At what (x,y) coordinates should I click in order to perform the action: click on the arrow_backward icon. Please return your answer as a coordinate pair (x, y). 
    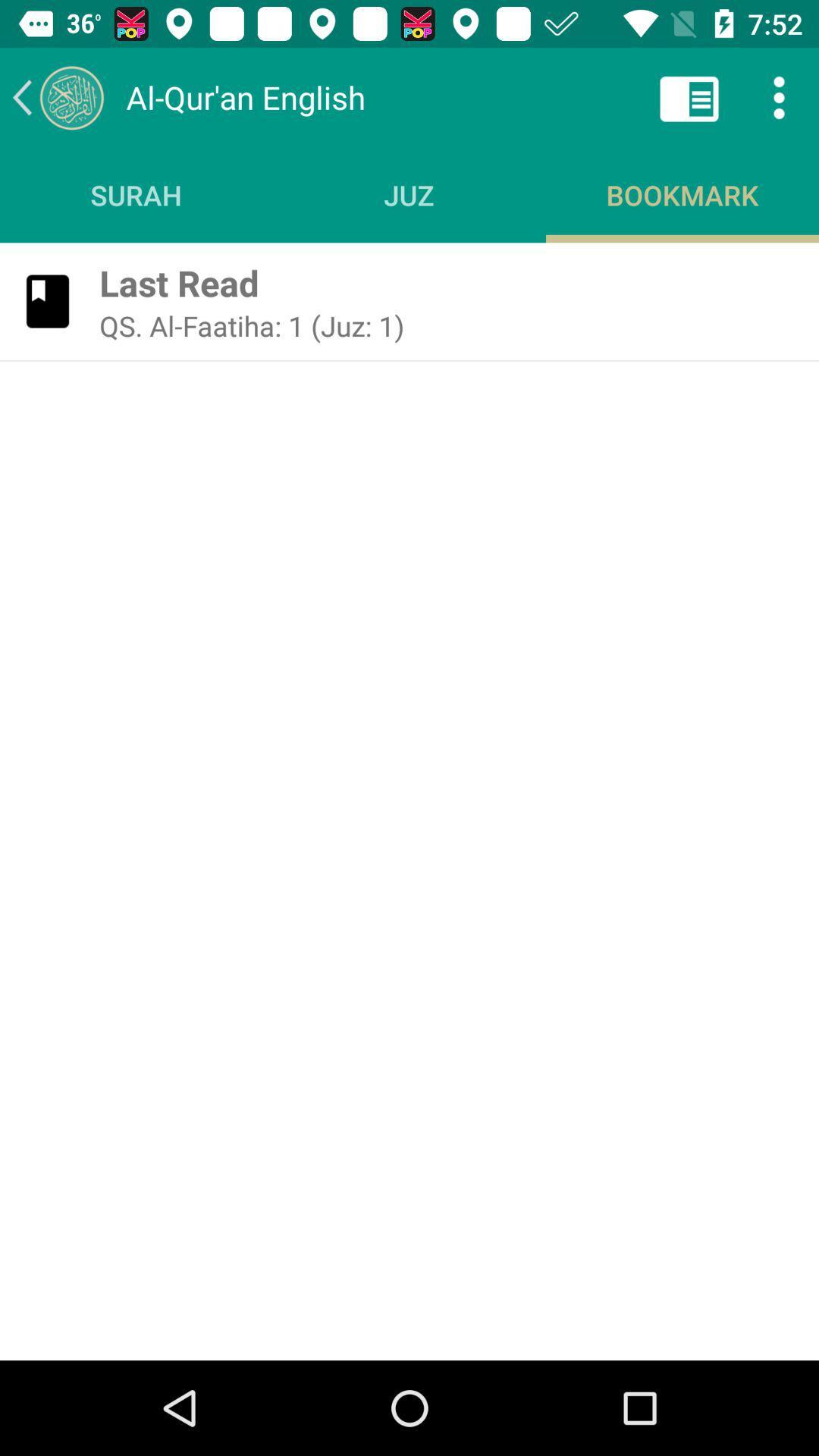
    Looking at the image, I should click on (57, 96).